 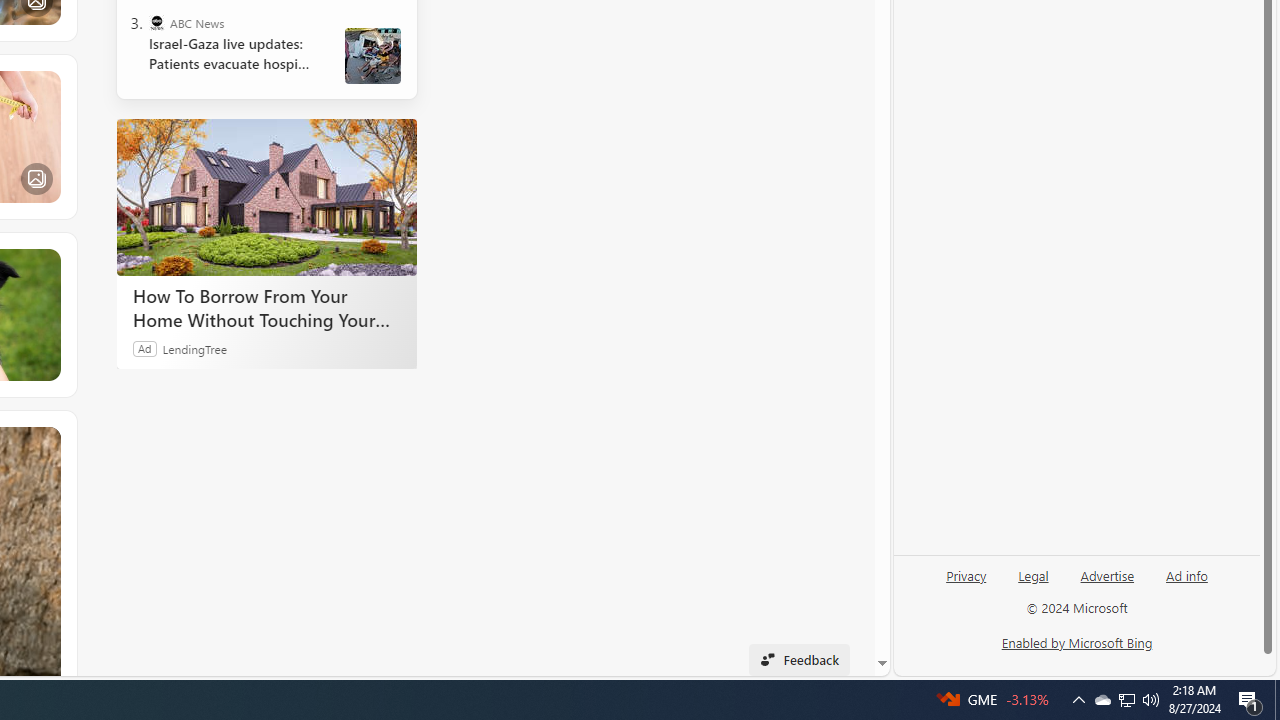 I want to click on 'ABC News', so click(x=155, y=23).